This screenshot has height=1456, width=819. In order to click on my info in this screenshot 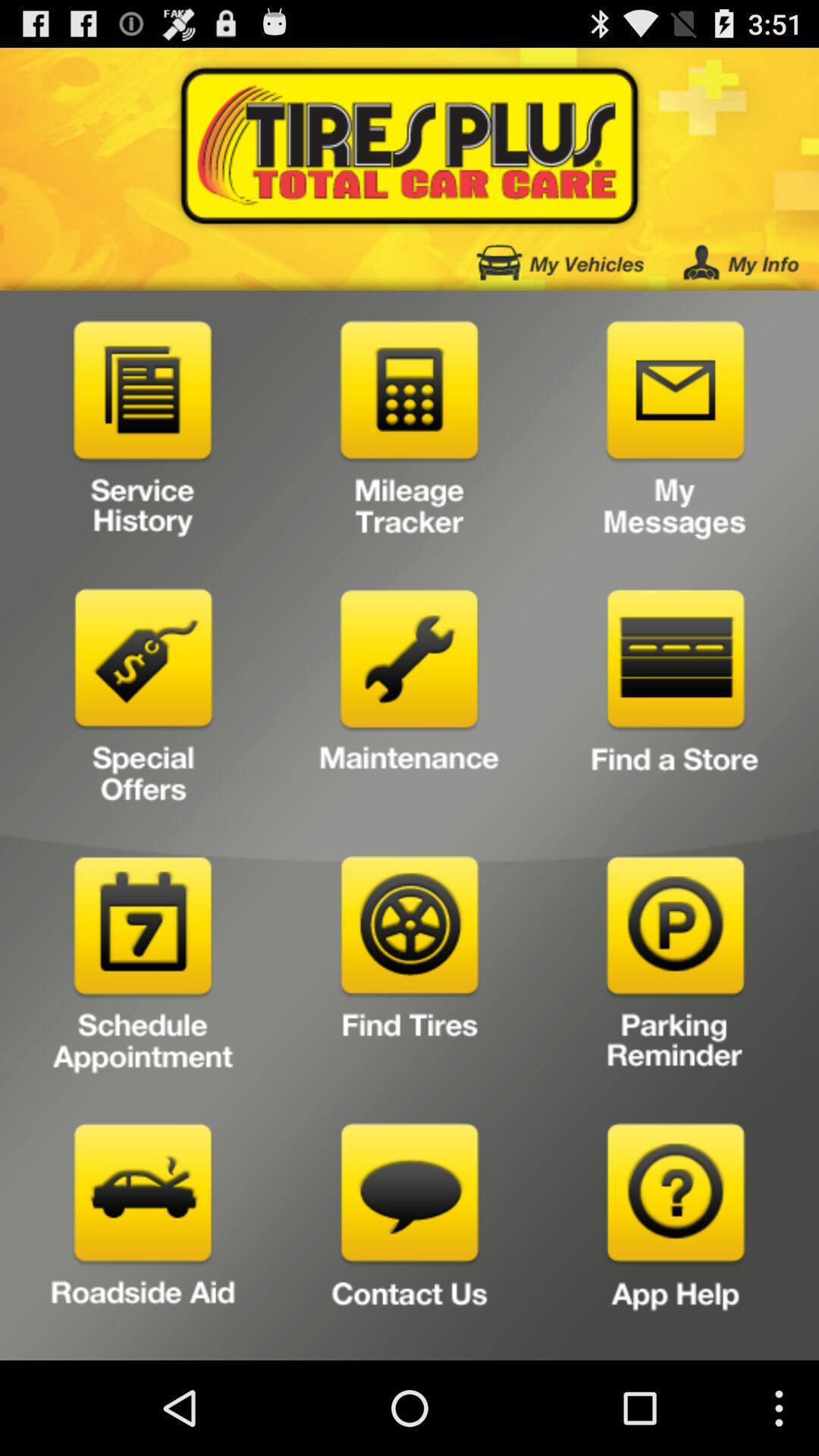, I will do `click(740, 262)`.